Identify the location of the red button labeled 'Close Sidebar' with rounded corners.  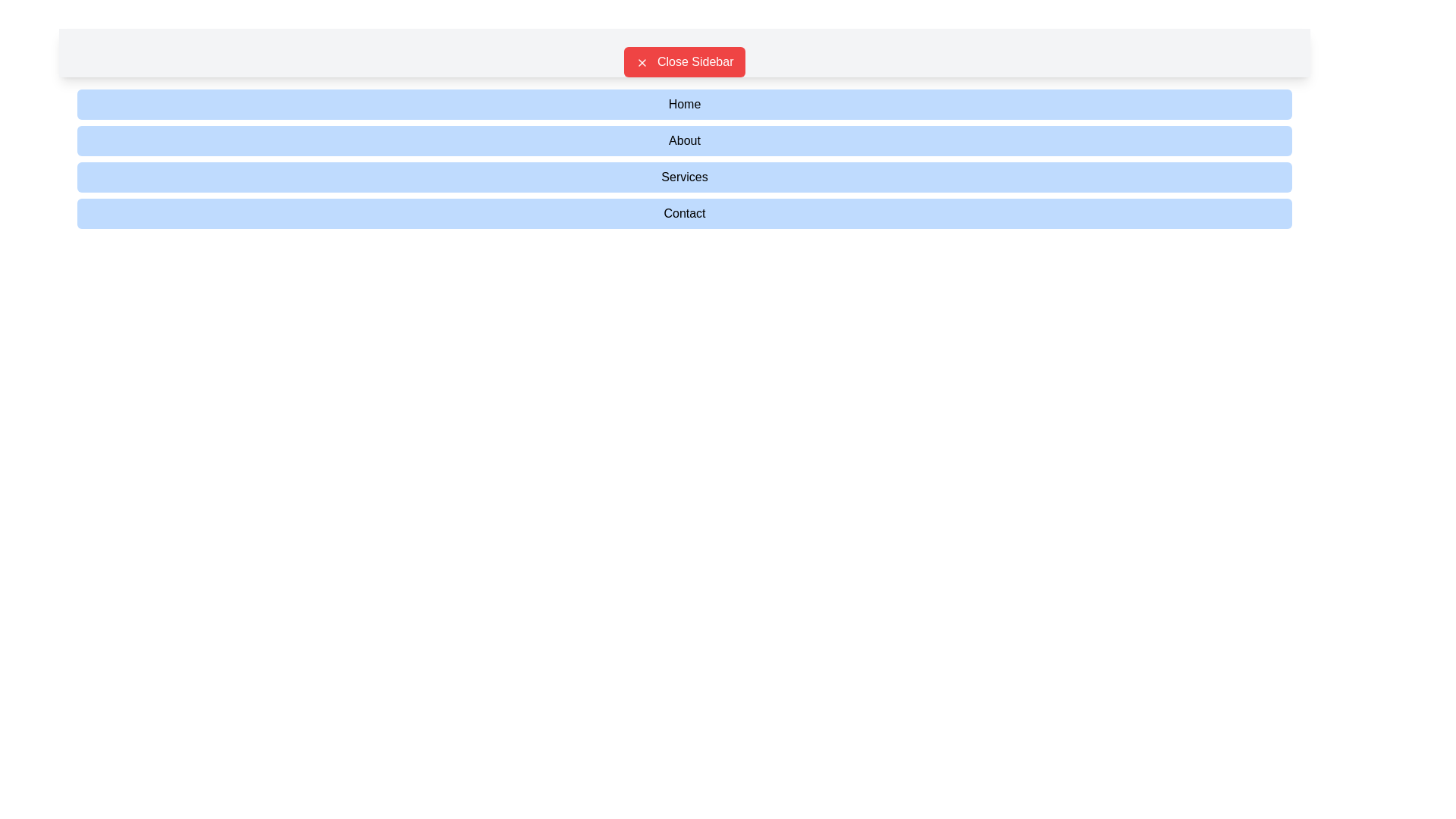
(683, 52).